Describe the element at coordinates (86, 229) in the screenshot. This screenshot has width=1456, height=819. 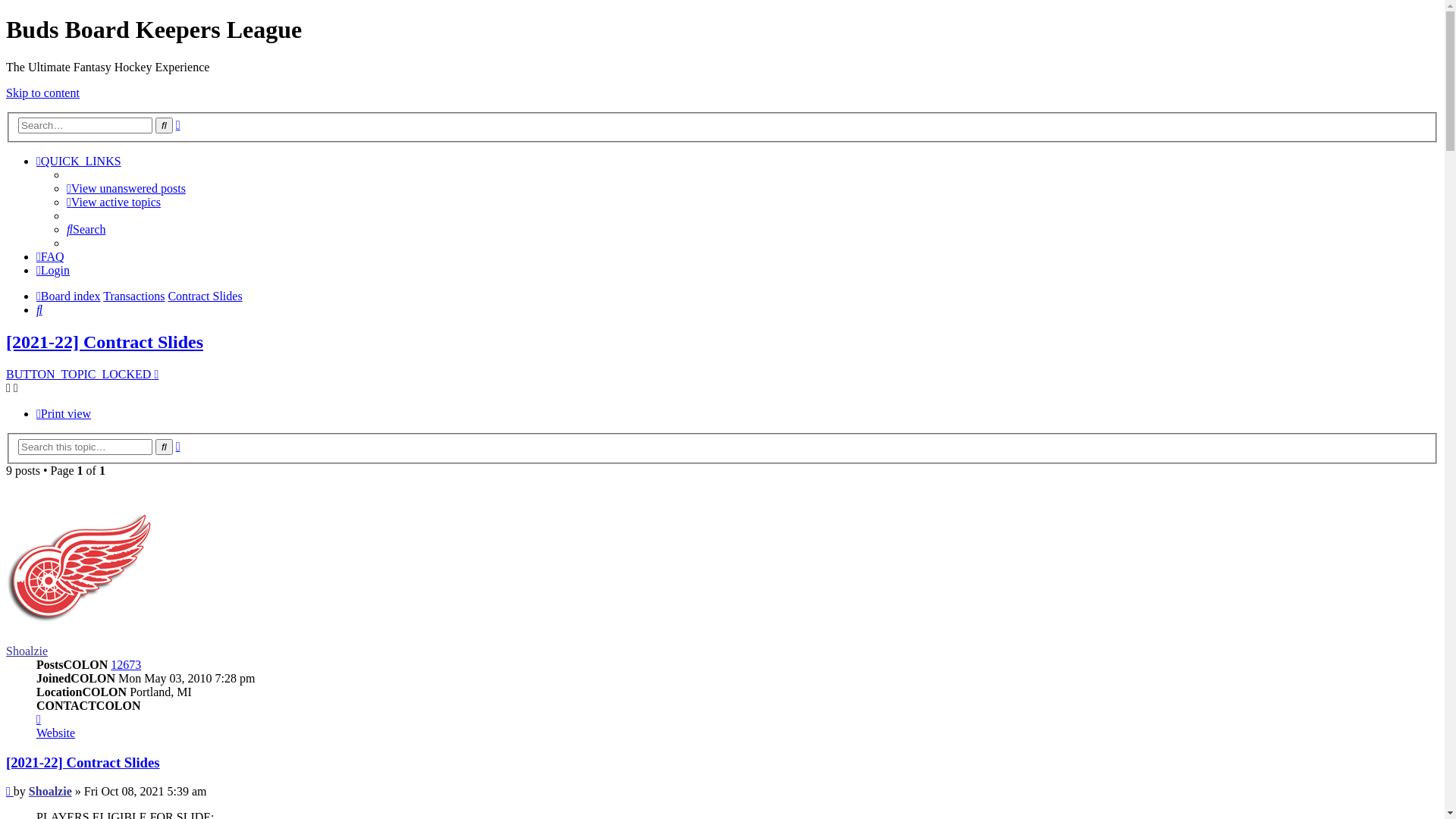
I see `'Search'` at that location.